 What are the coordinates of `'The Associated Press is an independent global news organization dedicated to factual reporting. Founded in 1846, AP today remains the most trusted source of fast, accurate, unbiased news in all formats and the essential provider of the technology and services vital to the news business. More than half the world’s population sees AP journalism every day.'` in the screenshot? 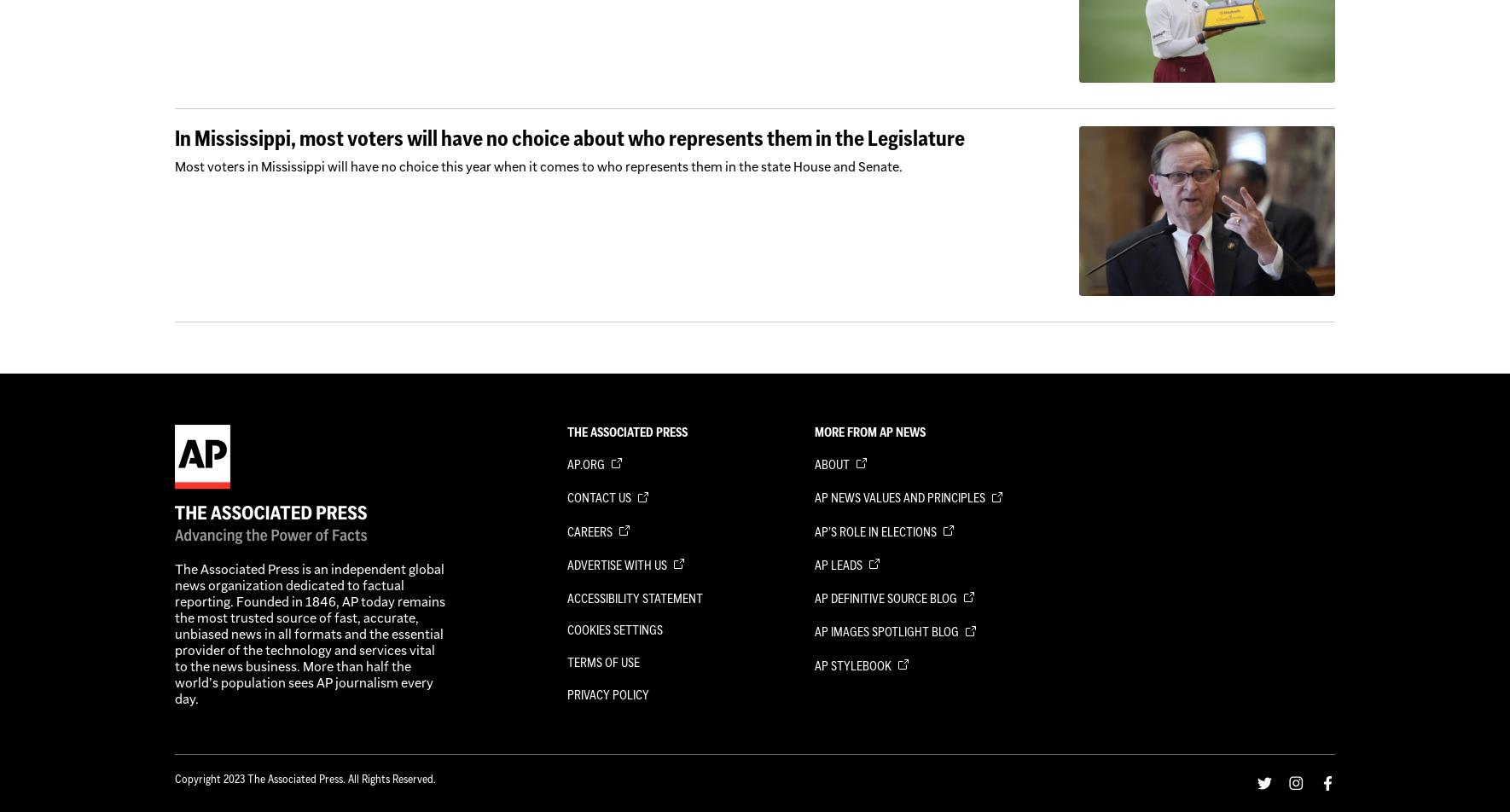 It's located at (309, 634).